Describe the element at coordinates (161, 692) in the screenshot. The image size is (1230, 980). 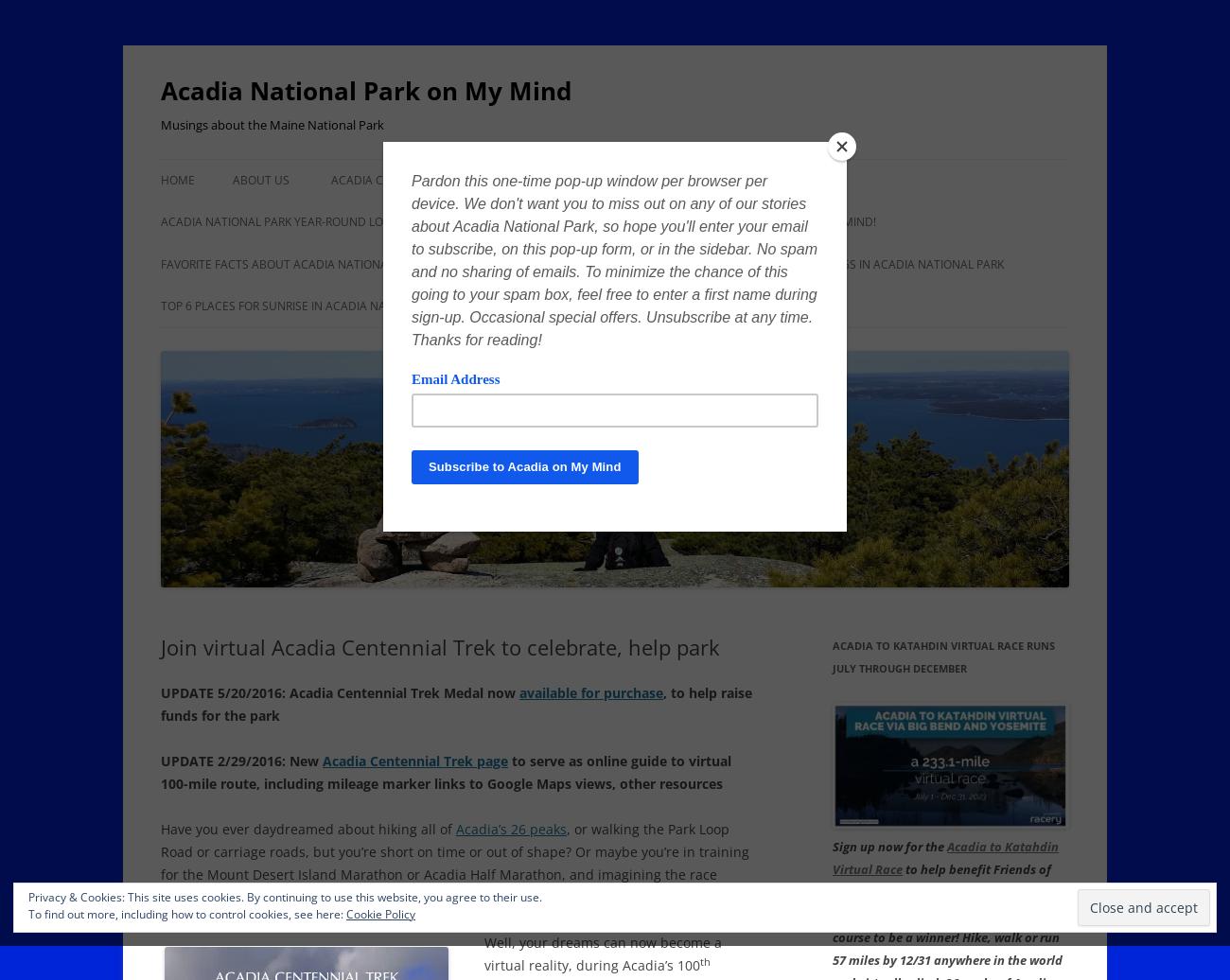
I see `'UPDATE 5/20/2016: Acadia Centennial Trek Medal now'` at that location.